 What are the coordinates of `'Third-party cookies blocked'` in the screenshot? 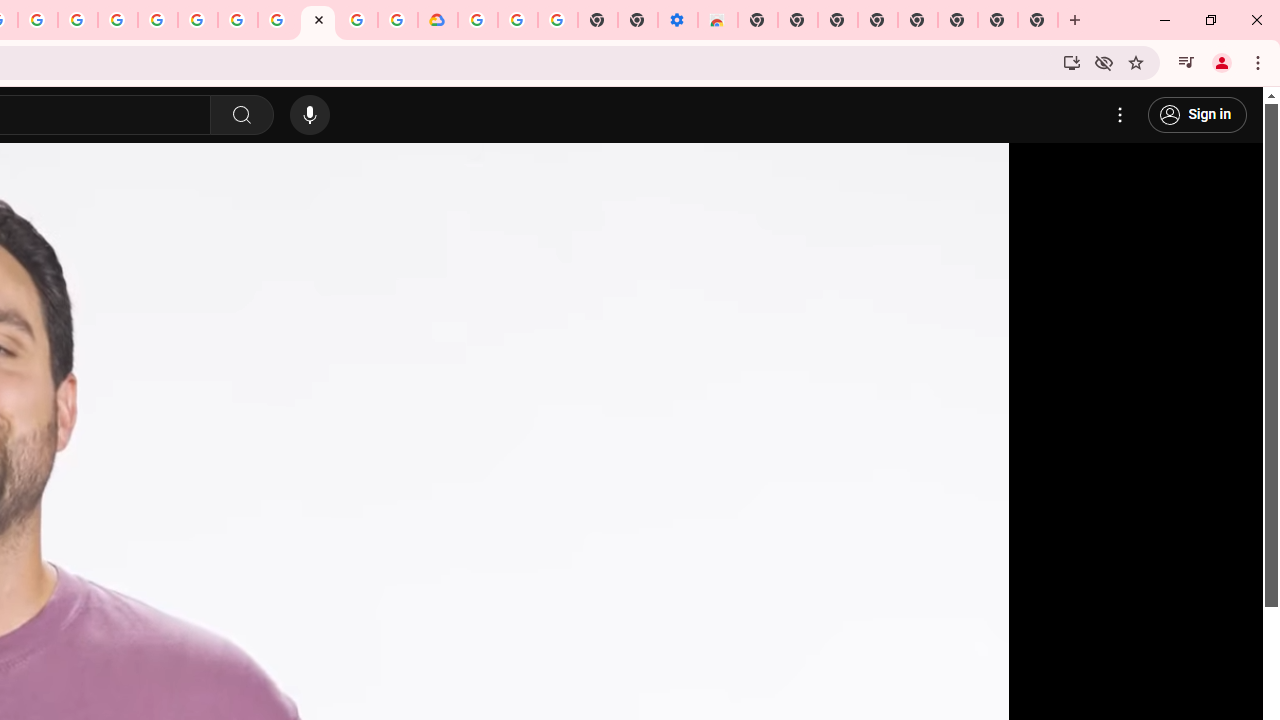 It's located at (1103, 61).